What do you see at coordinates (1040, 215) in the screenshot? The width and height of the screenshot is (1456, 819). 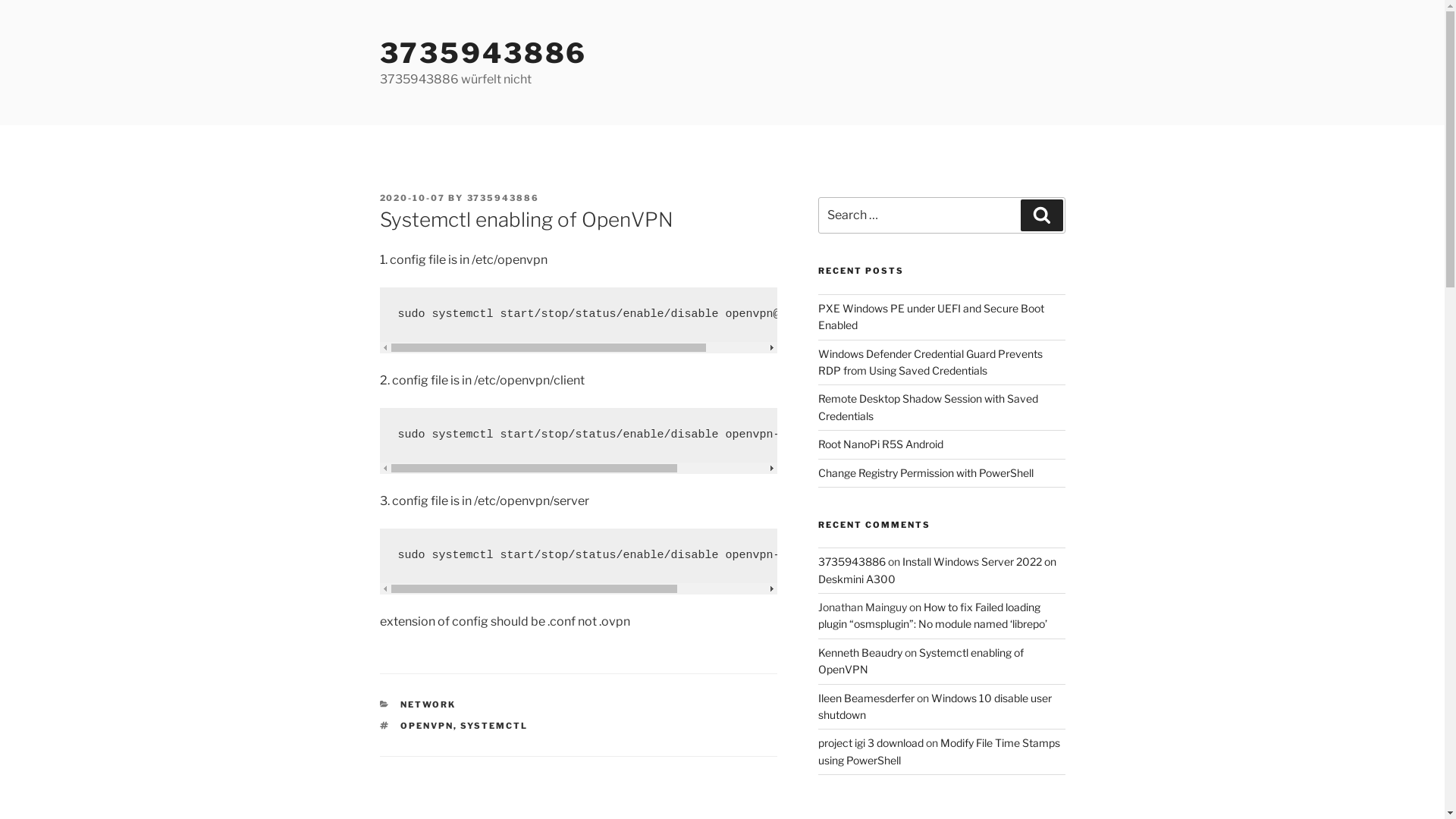 I see `'Search'` at bounding box center [1040, 215].